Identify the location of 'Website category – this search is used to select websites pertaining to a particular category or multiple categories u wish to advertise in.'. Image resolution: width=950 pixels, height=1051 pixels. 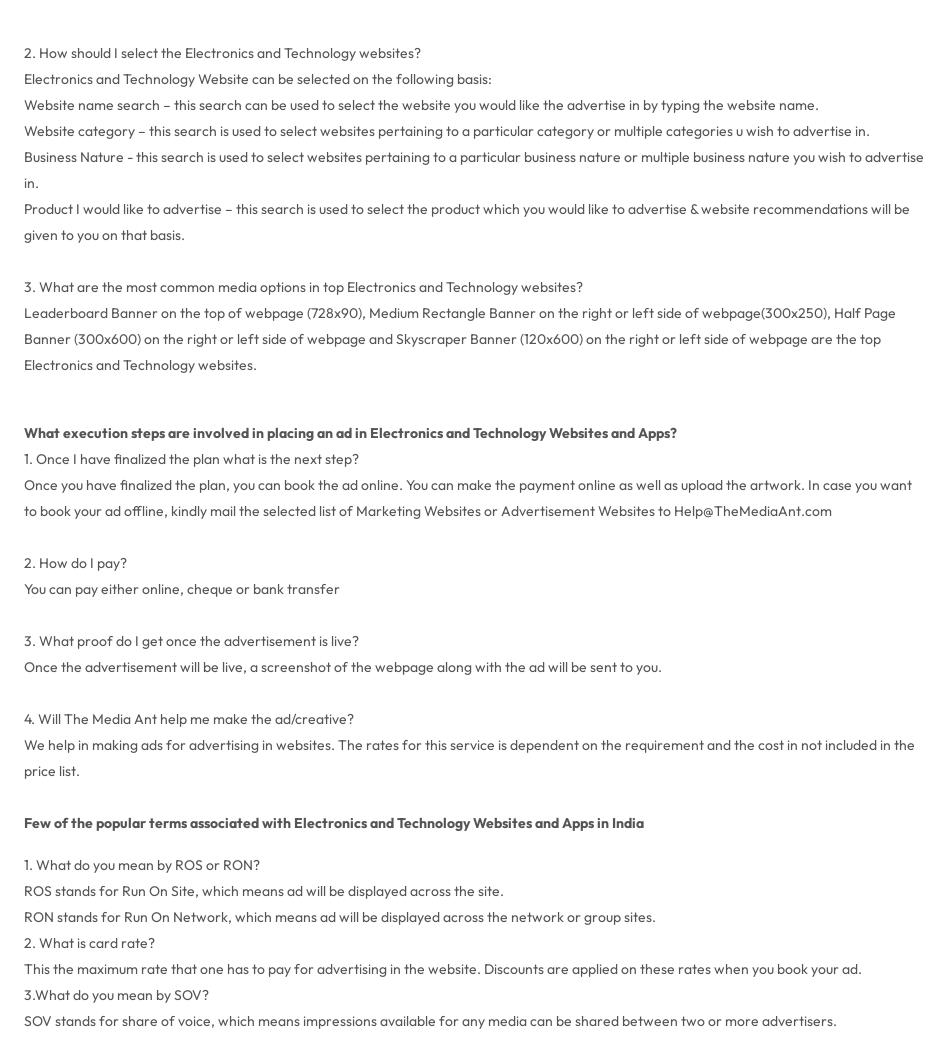
(445, 129).